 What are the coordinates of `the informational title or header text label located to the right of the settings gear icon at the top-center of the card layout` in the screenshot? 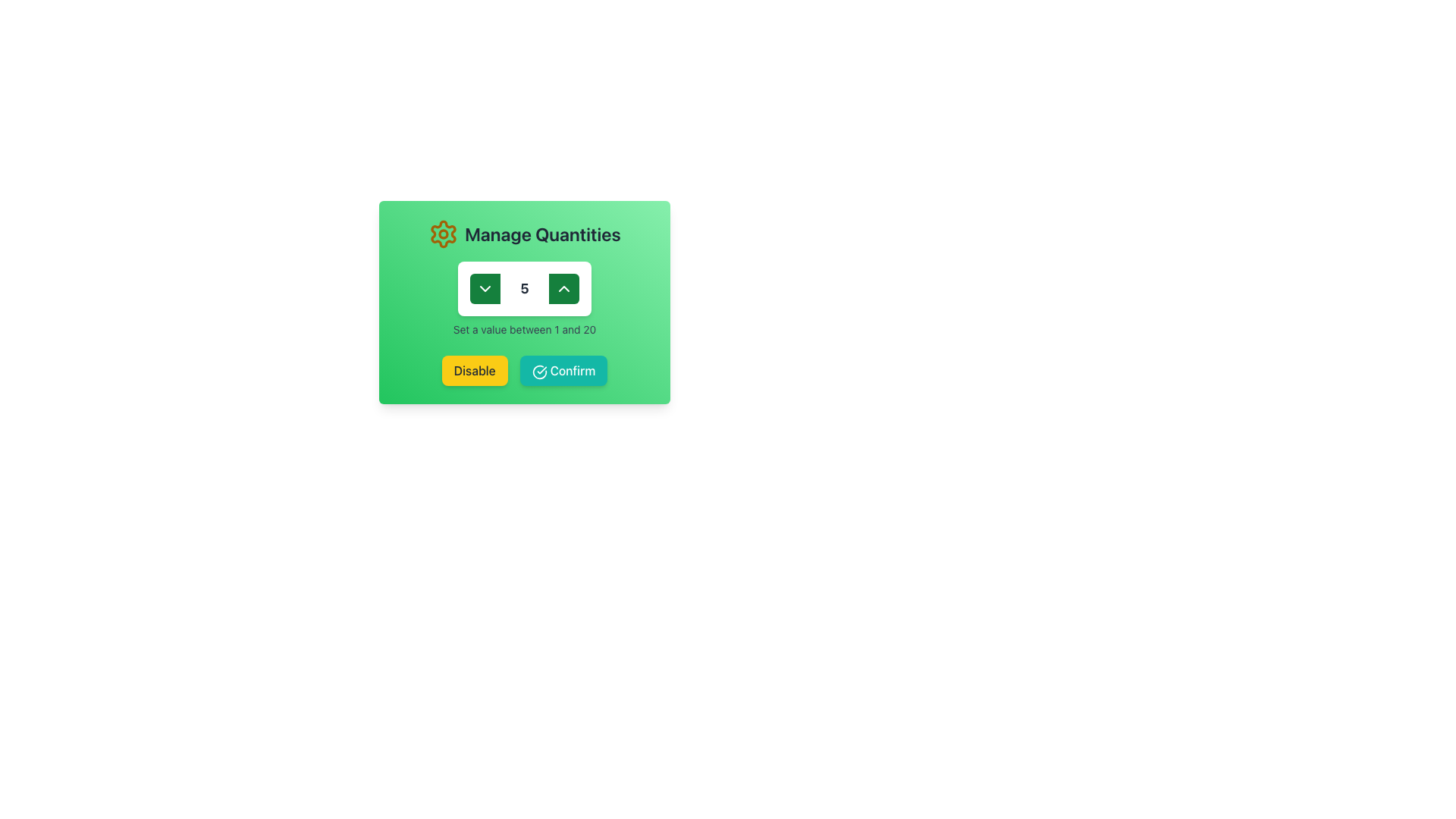 It's located at (542, 234).